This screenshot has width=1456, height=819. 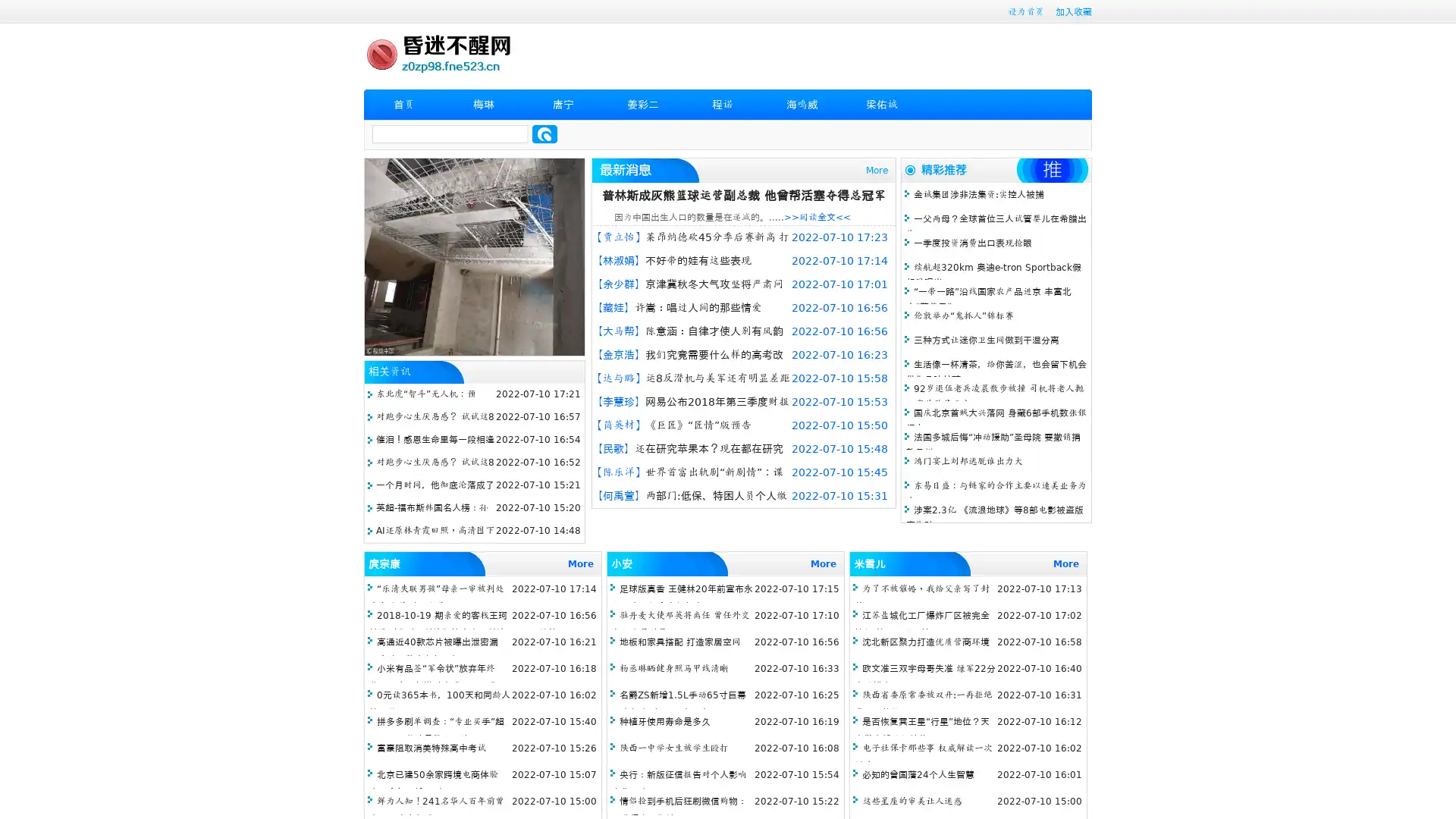 What do you see at coordinates (544, 133) in the screenshot?
I see `Search` at bounding box center [544, 133].